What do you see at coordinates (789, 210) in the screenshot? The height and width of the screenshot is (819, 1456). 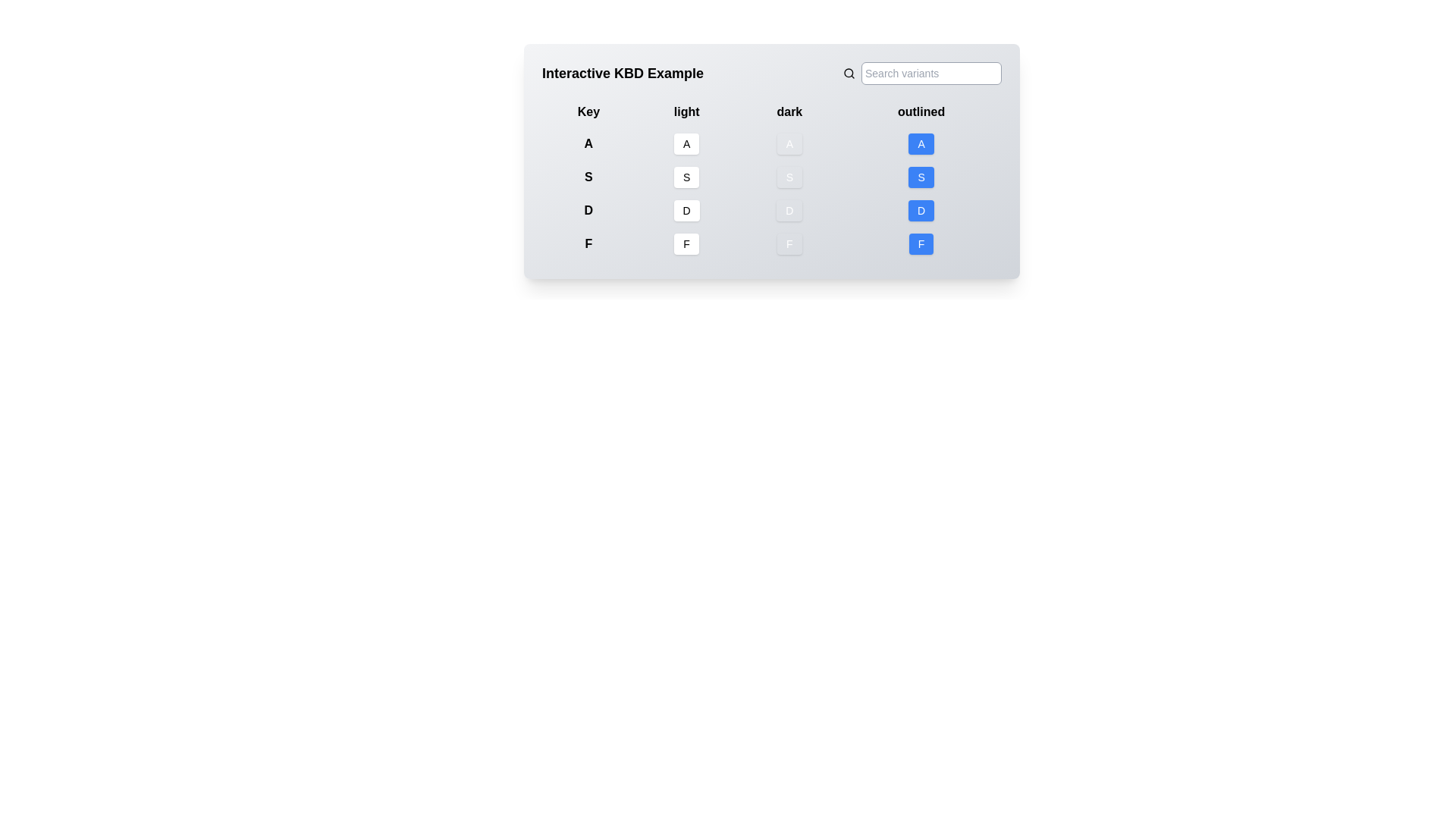 I see `the dark-themed button-like display element representing the 'D' key, which is located in the third row and third column of the keyboard layout example` at bounding box center [789, 210].